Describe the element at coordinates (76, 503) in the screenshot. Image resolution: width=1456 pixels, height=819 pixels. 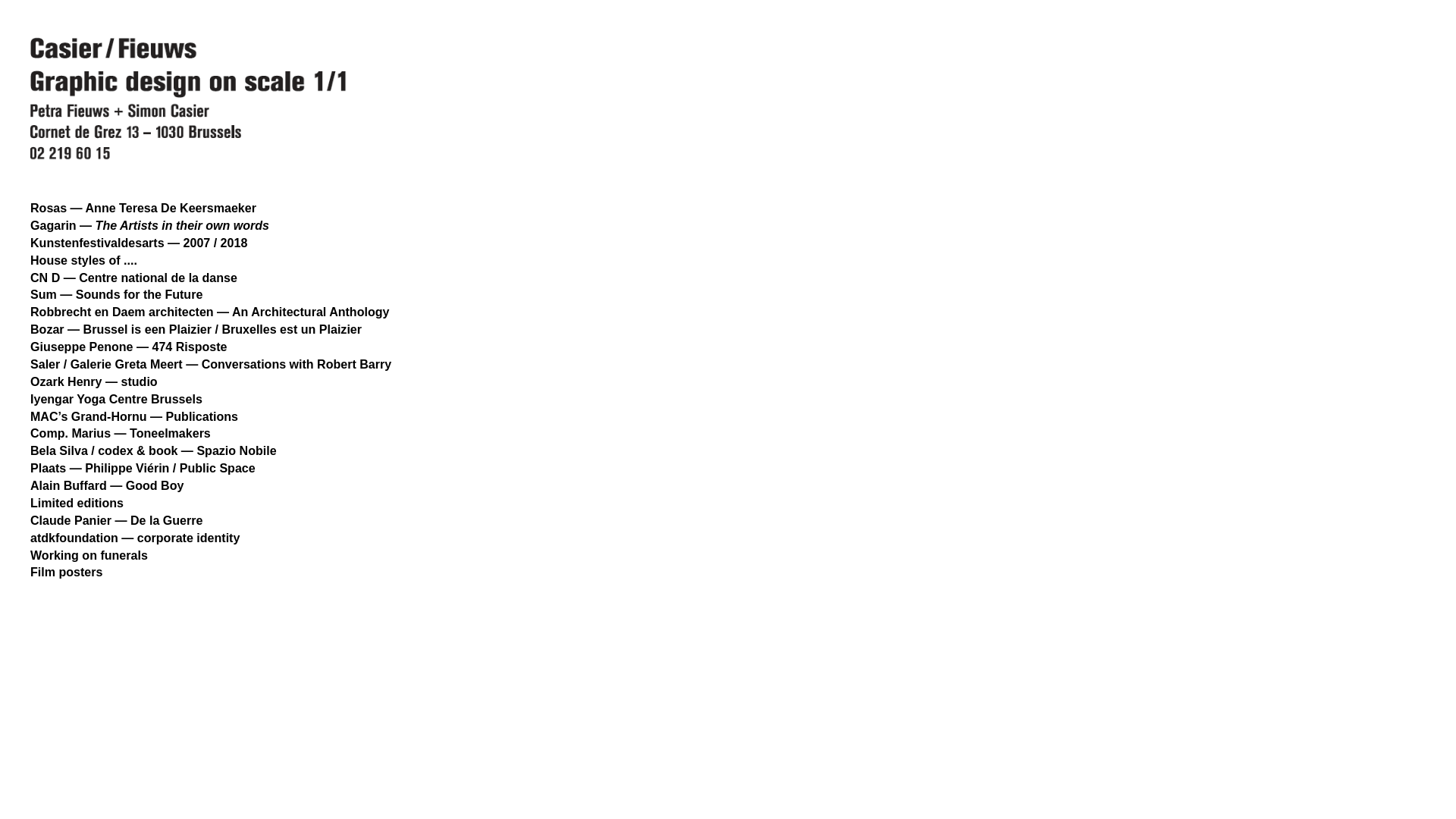
I see `'Limited editions'` at that location.